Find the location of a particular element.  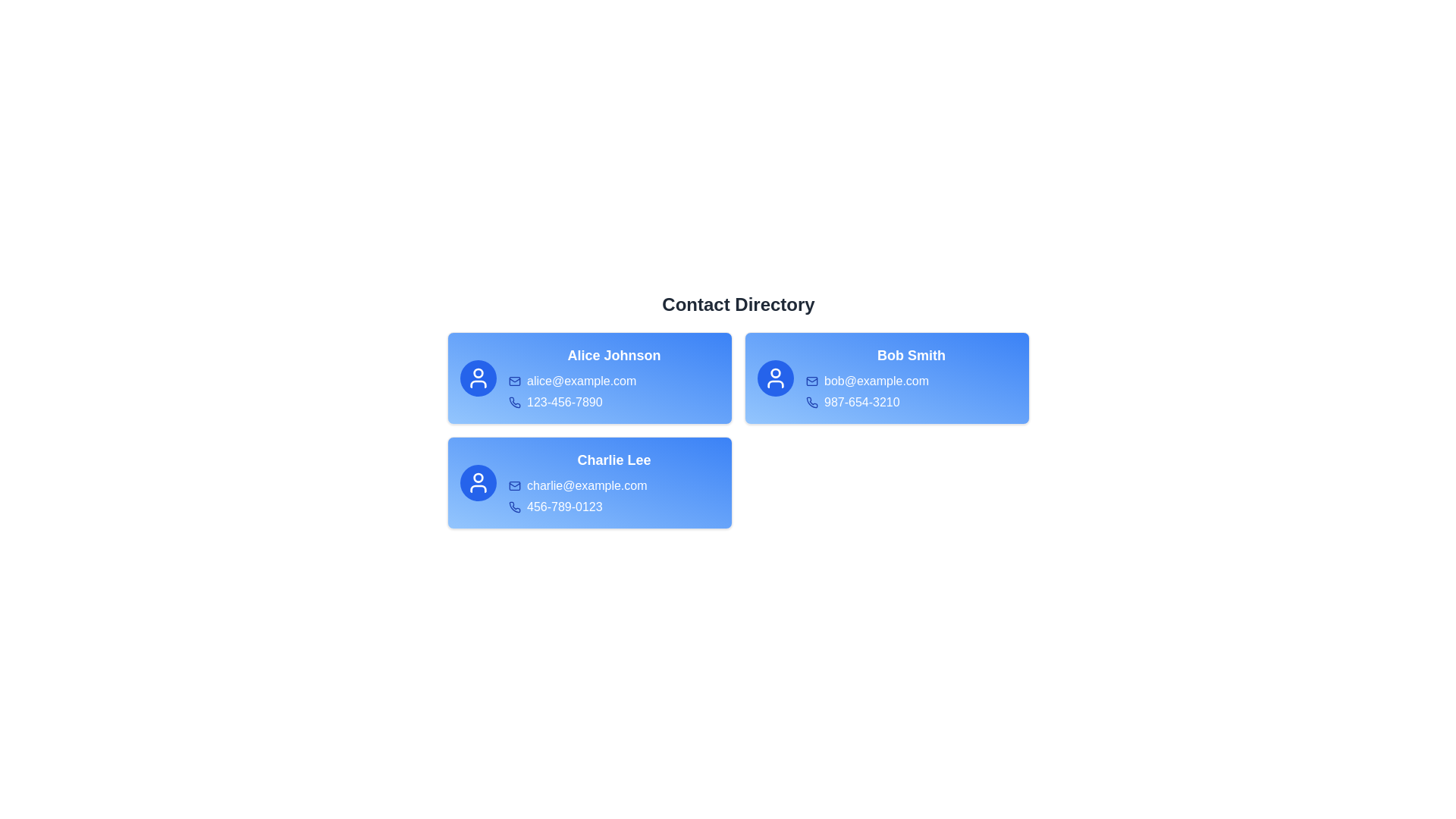

the contact card for Alice Johnson is located at coordinates (588, 377).